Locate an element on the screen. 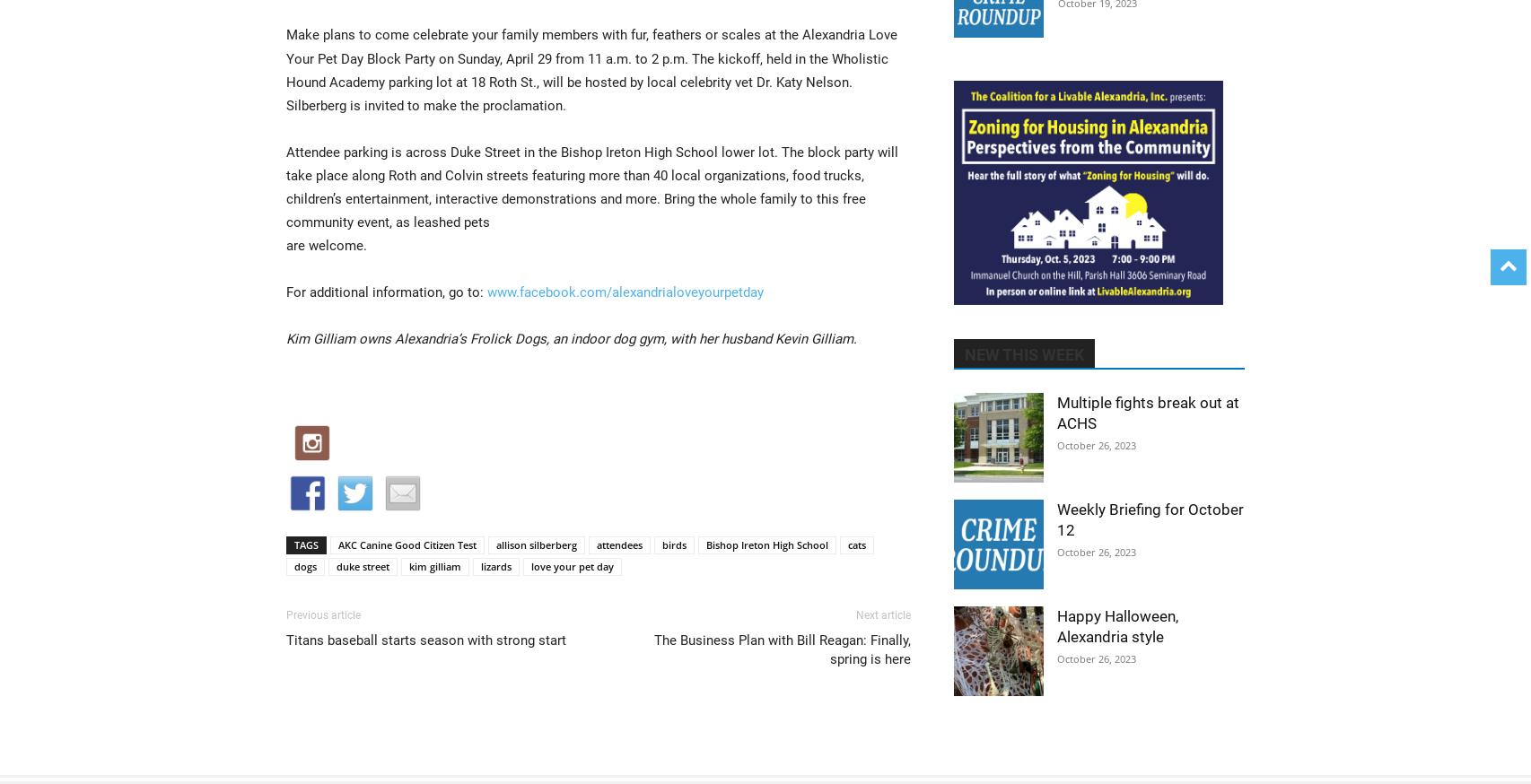 The width and height of the screenshot is (1531, 784). 'For additional information, go to:' is located at coordinates (286, 292).